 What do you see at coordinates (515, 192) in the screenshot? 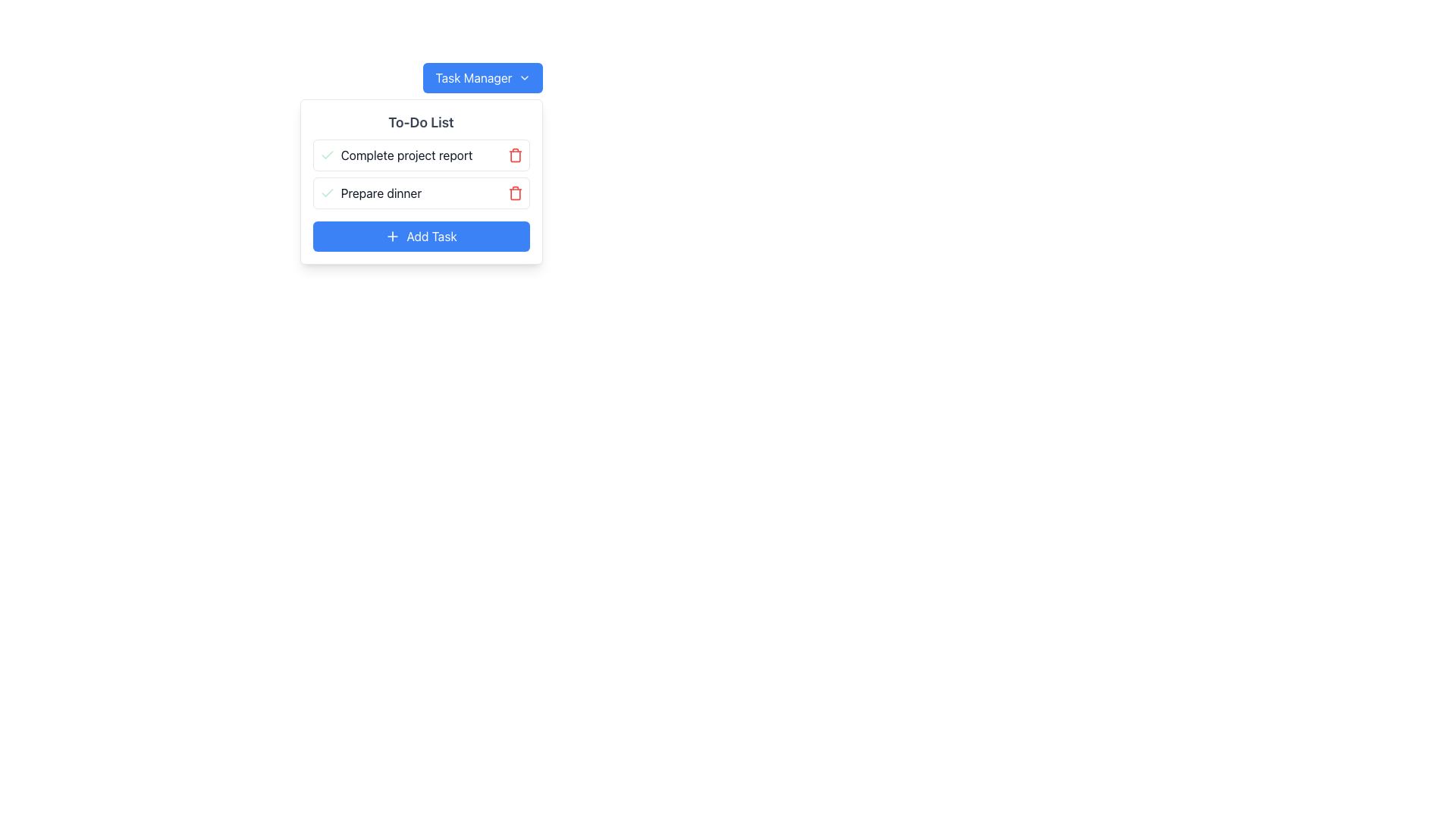
I see `the delete button for the 'Prepare dinner' task` at bounding box center [515, 192].